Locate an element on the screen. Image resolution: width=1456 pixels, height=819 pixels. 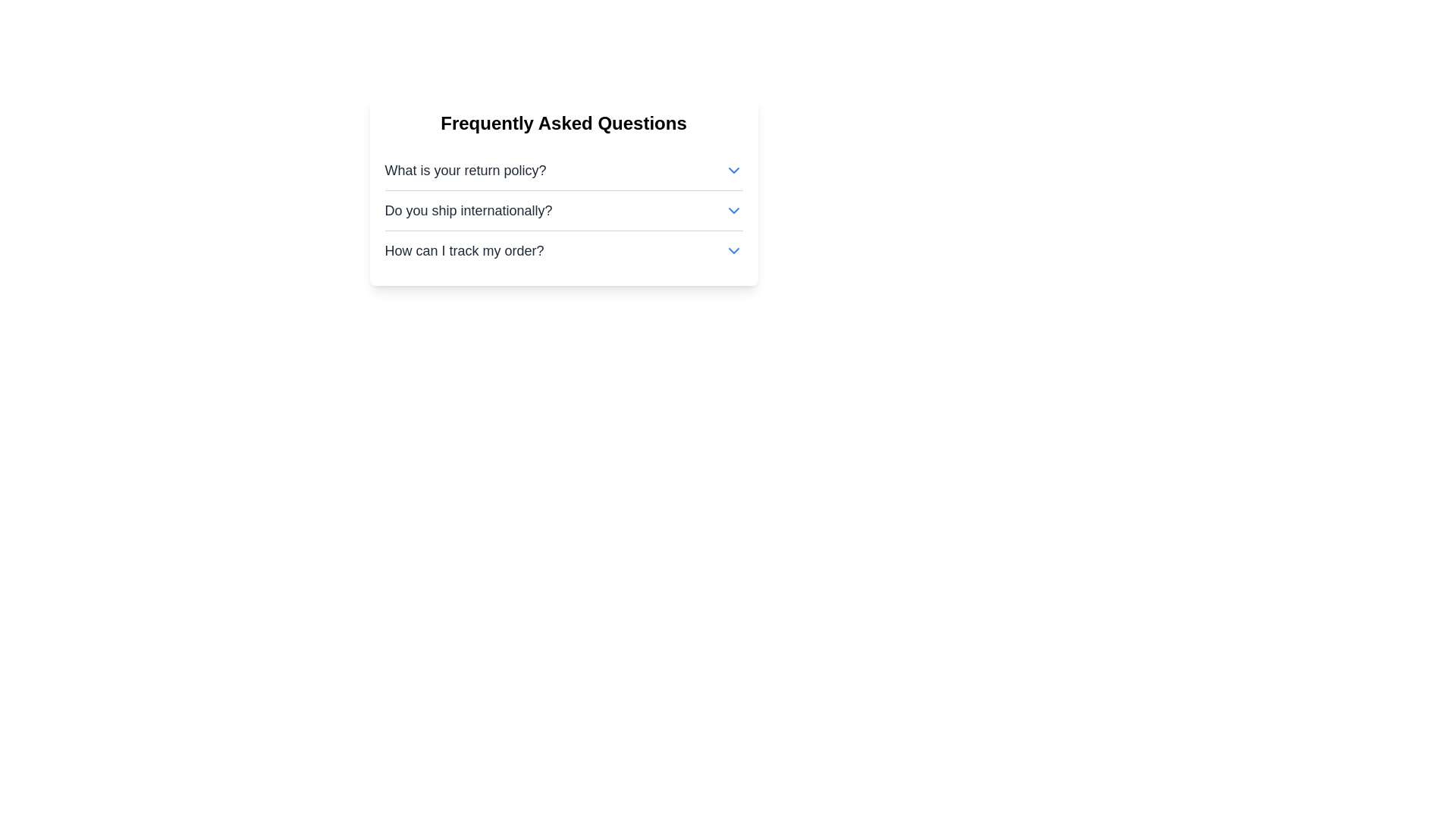
the chevron icon located to the right of the 'Do you ship internationally?' FAQ entry is located at coordinates (733, 210).